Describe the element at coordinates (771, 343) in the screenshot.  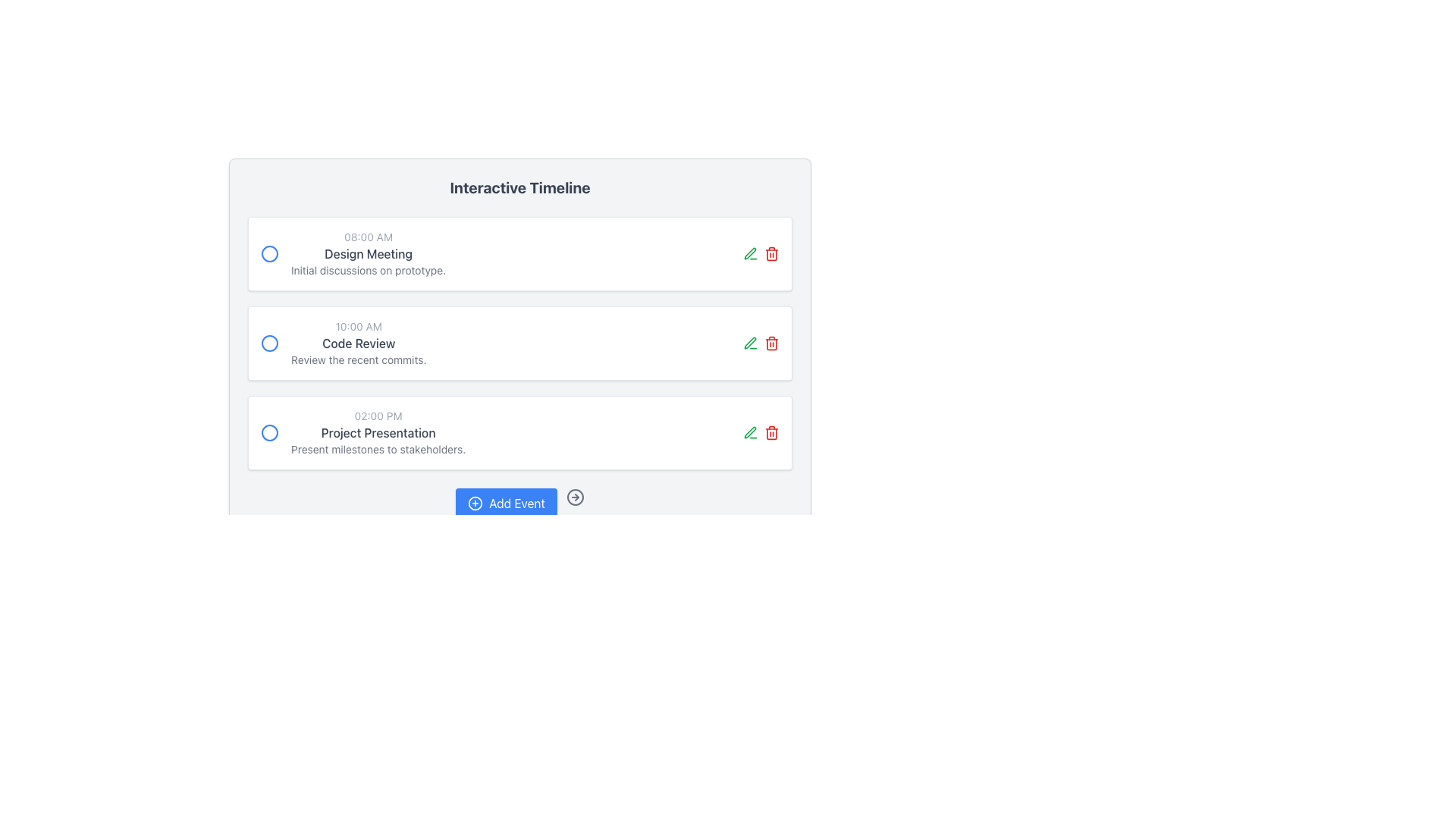
I see `the red trash can icon located in the bottom-right corner of the 'Code Review' card` at that location.